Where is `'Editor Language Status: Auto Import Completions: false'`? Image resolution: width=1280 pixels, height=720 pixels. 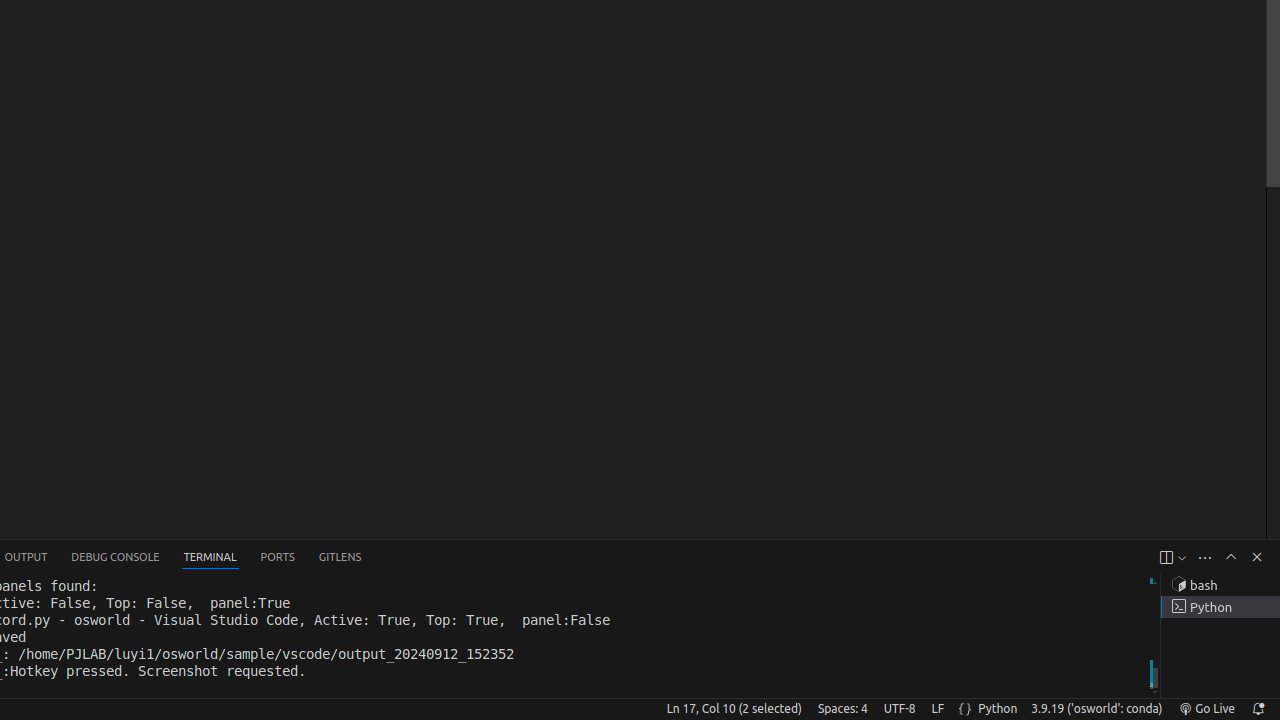
'Editor Language Status: Auto Import Completions: false' is located at coordinates (965, 707).